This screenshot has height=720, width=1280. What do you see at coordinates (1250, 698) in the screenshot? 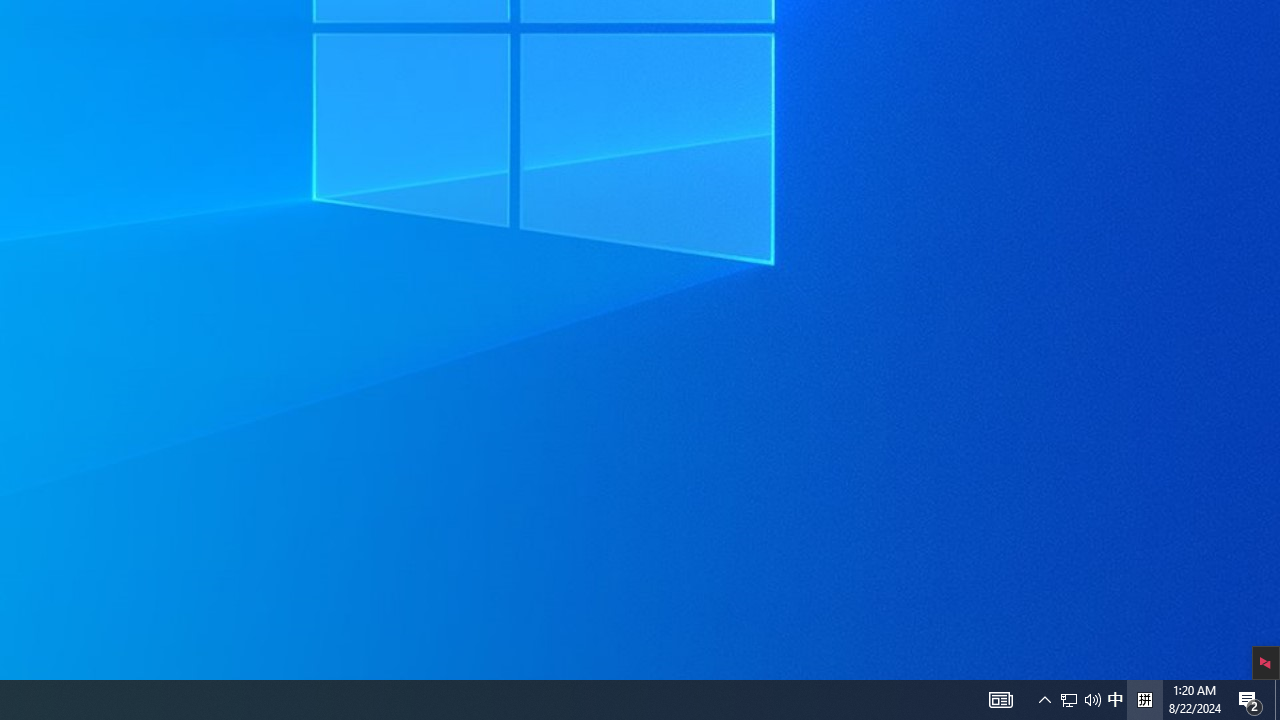
I see `'Action Center, 2 new notifications'` at bounding box center [1250, 698].